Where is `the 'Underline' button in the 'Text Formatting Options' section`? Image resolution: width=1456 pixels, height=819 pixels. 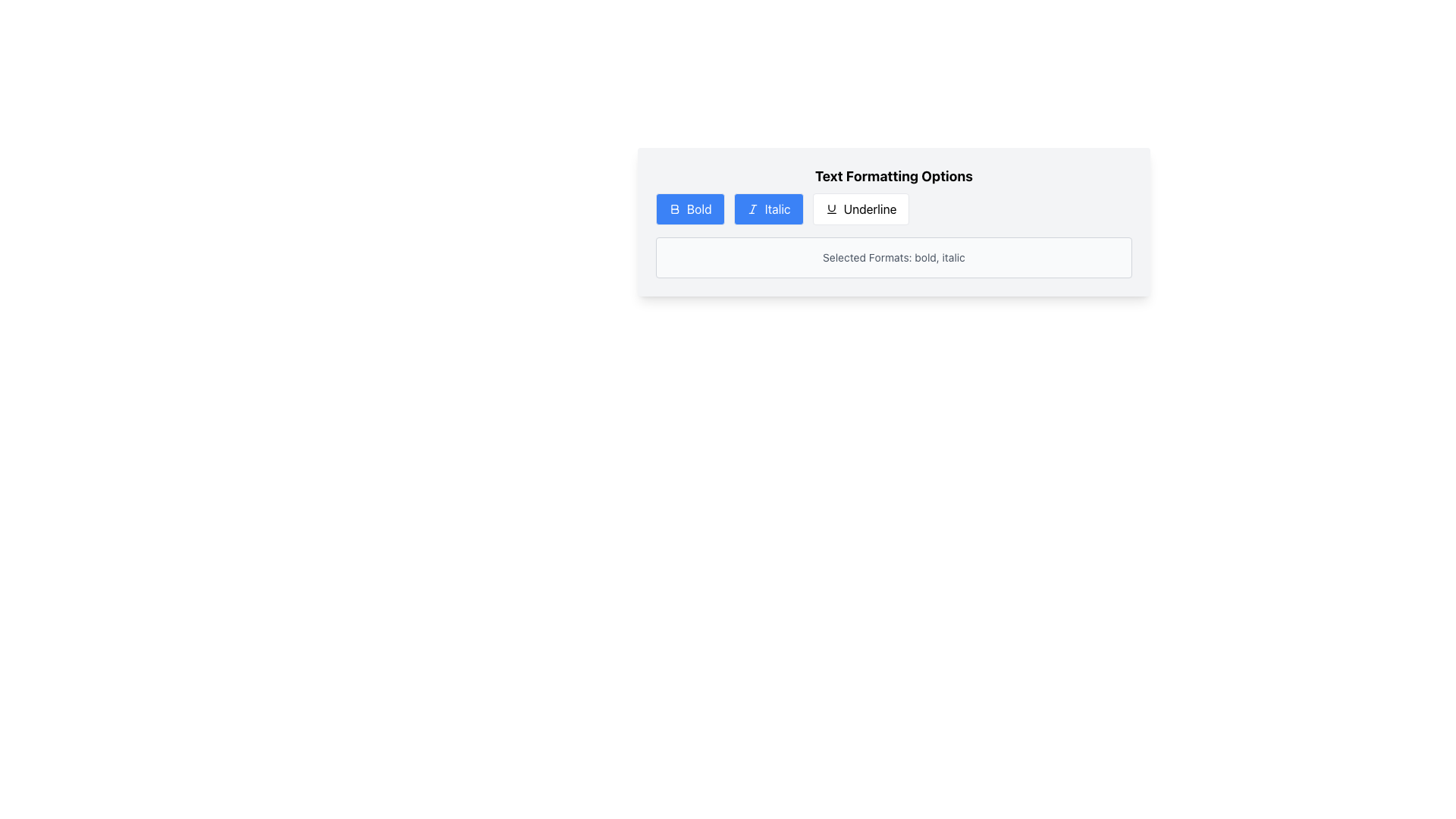
the 'Underline' button in the 'Text Formatting Options' section is located at coordinates (894, 222).